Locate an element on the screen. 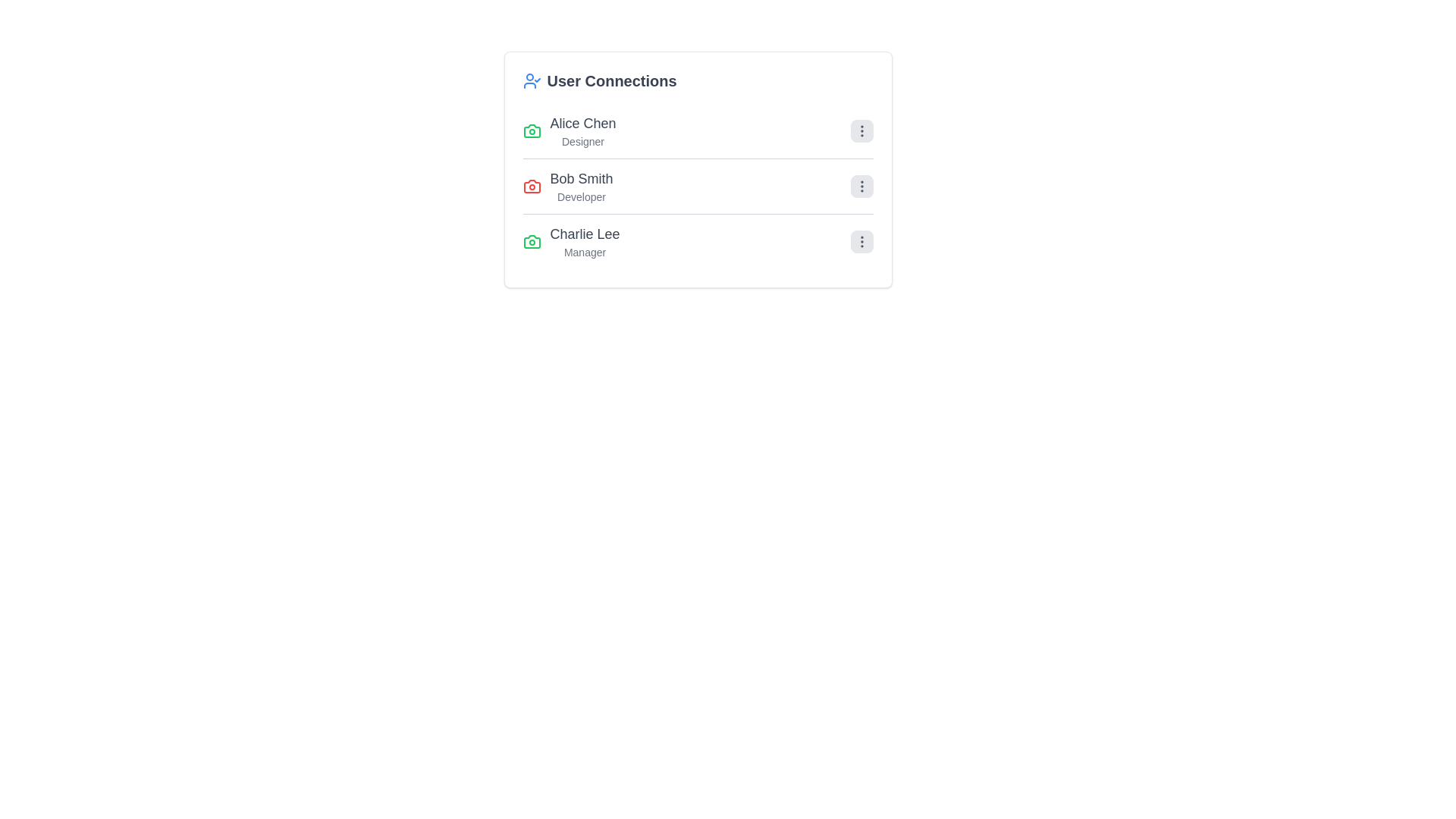  the text label displaying the name 'Bob Smith' in the 'User Connections' list by clicking on it is located at coordinates (581, 177).